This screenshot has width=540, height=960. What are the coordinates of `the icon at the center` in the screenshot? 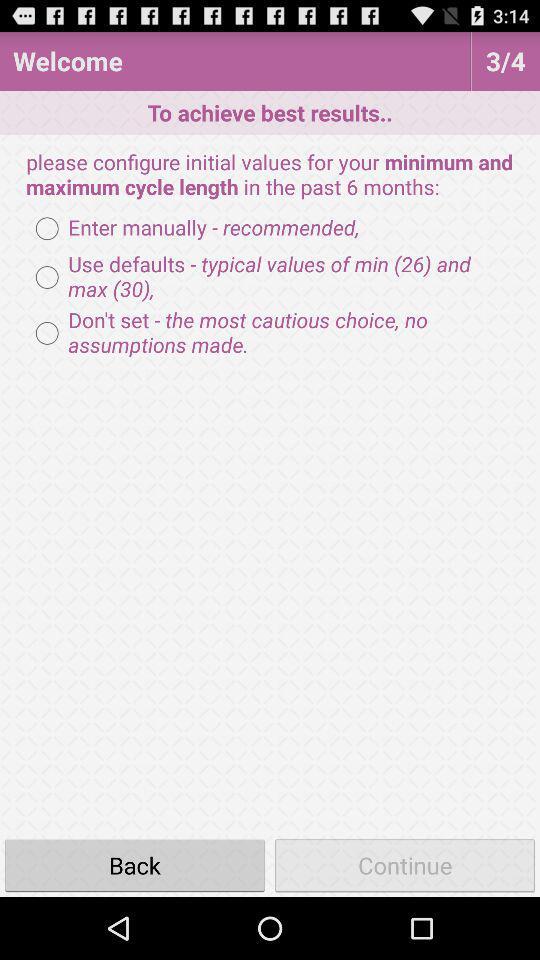 It's located at (270, 333).